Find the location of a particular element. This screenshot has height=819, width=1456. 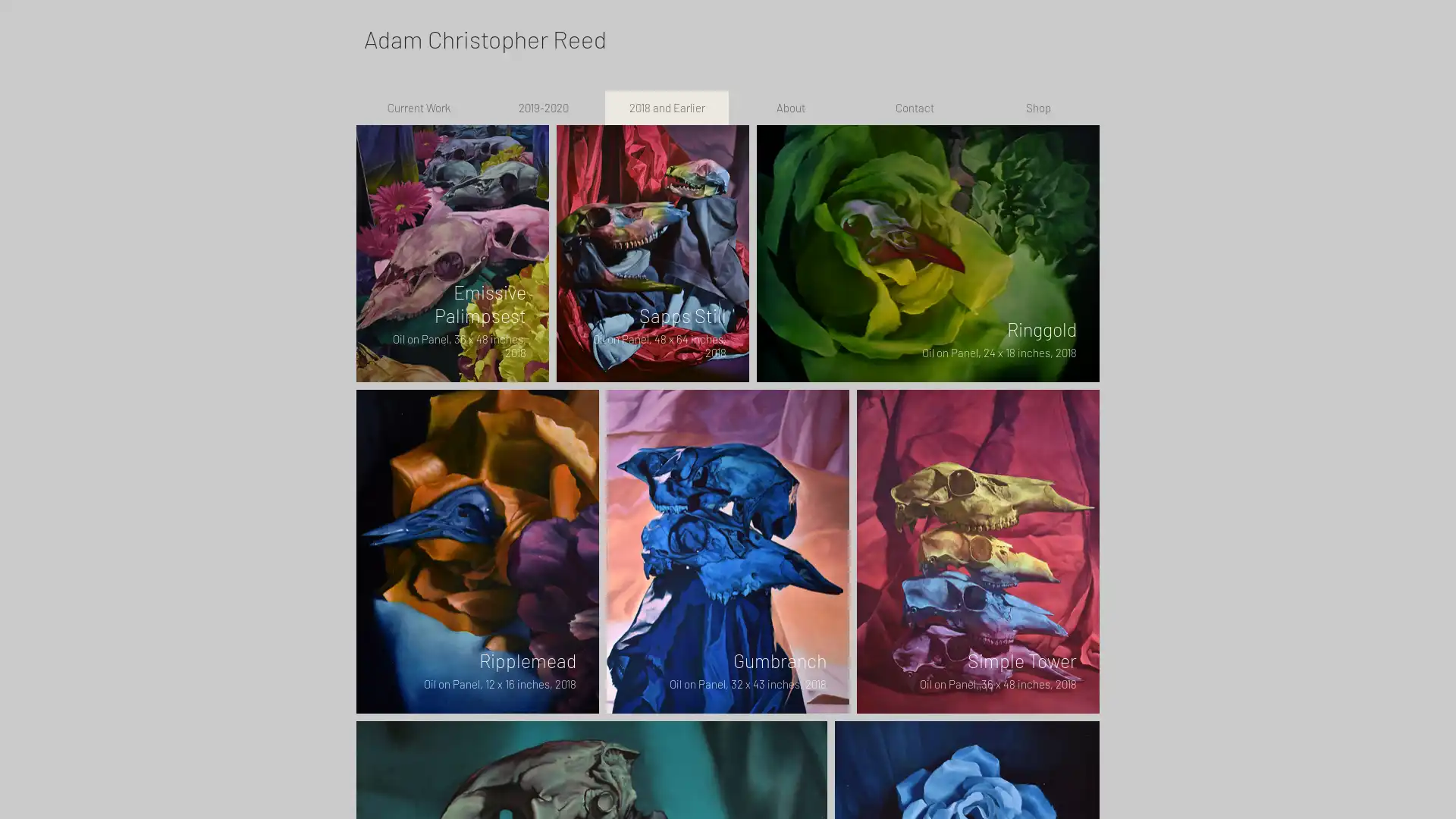

Emissive Palimpsest is located at coordinates (451, 253).